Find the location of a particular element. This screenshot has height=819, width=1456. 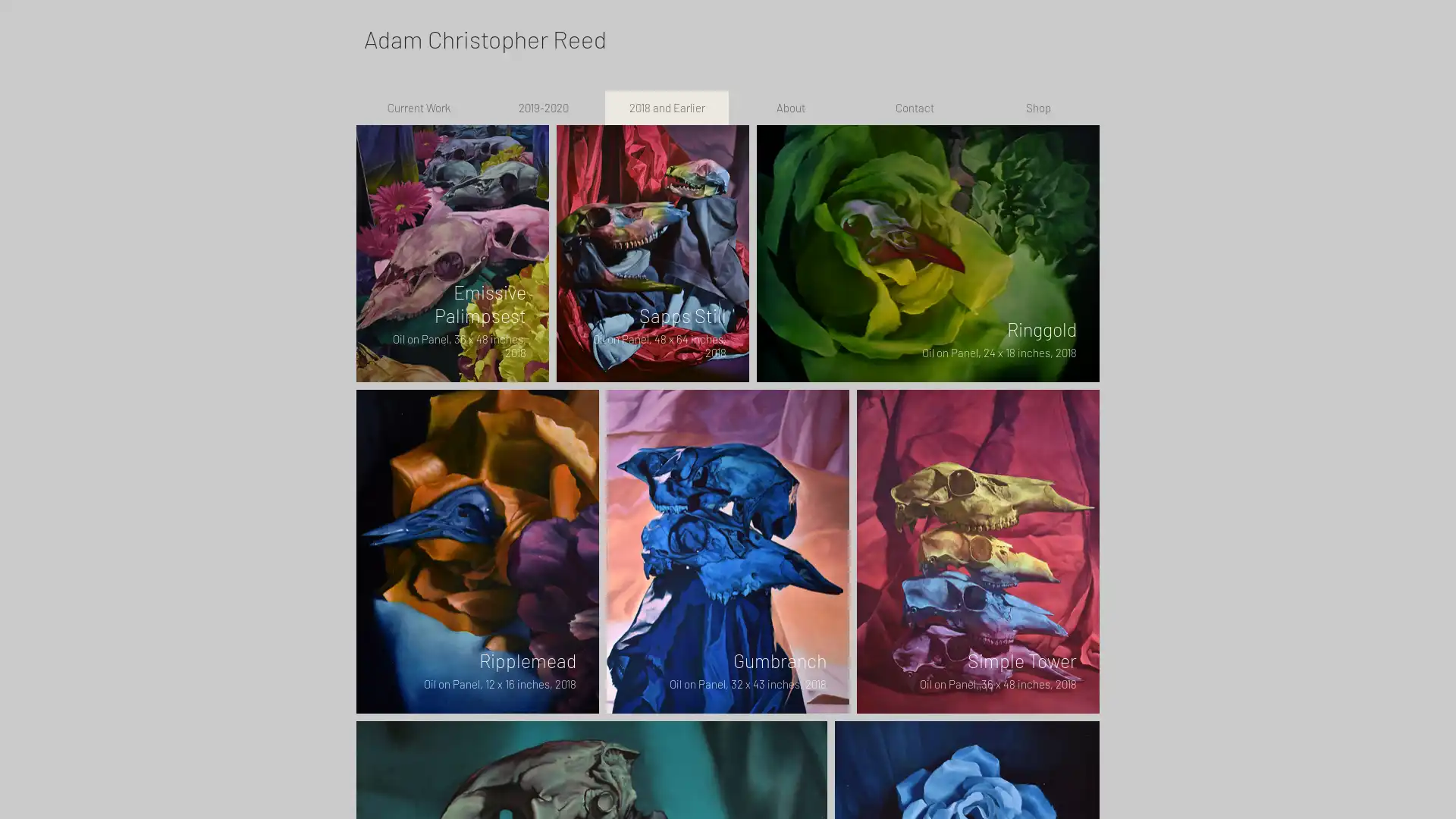

Emissive Palimpsest is located at coordinates (451, 253).